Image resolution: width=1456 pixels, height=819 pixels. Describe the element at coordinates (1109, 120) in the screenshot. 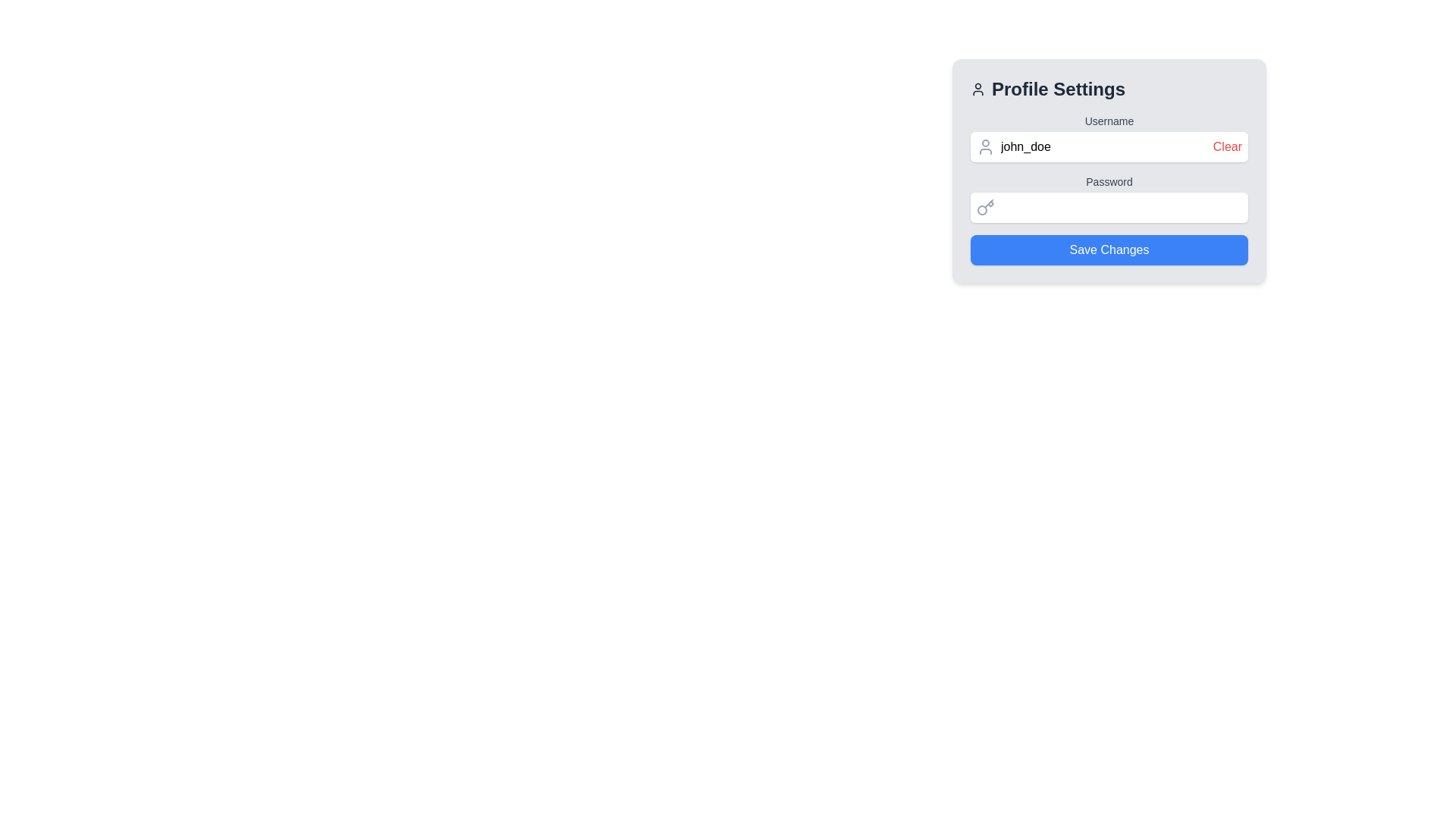

I see `the label that indicates the input field for the username, located above the input field with the placeholder 'john_doe'` at that location.